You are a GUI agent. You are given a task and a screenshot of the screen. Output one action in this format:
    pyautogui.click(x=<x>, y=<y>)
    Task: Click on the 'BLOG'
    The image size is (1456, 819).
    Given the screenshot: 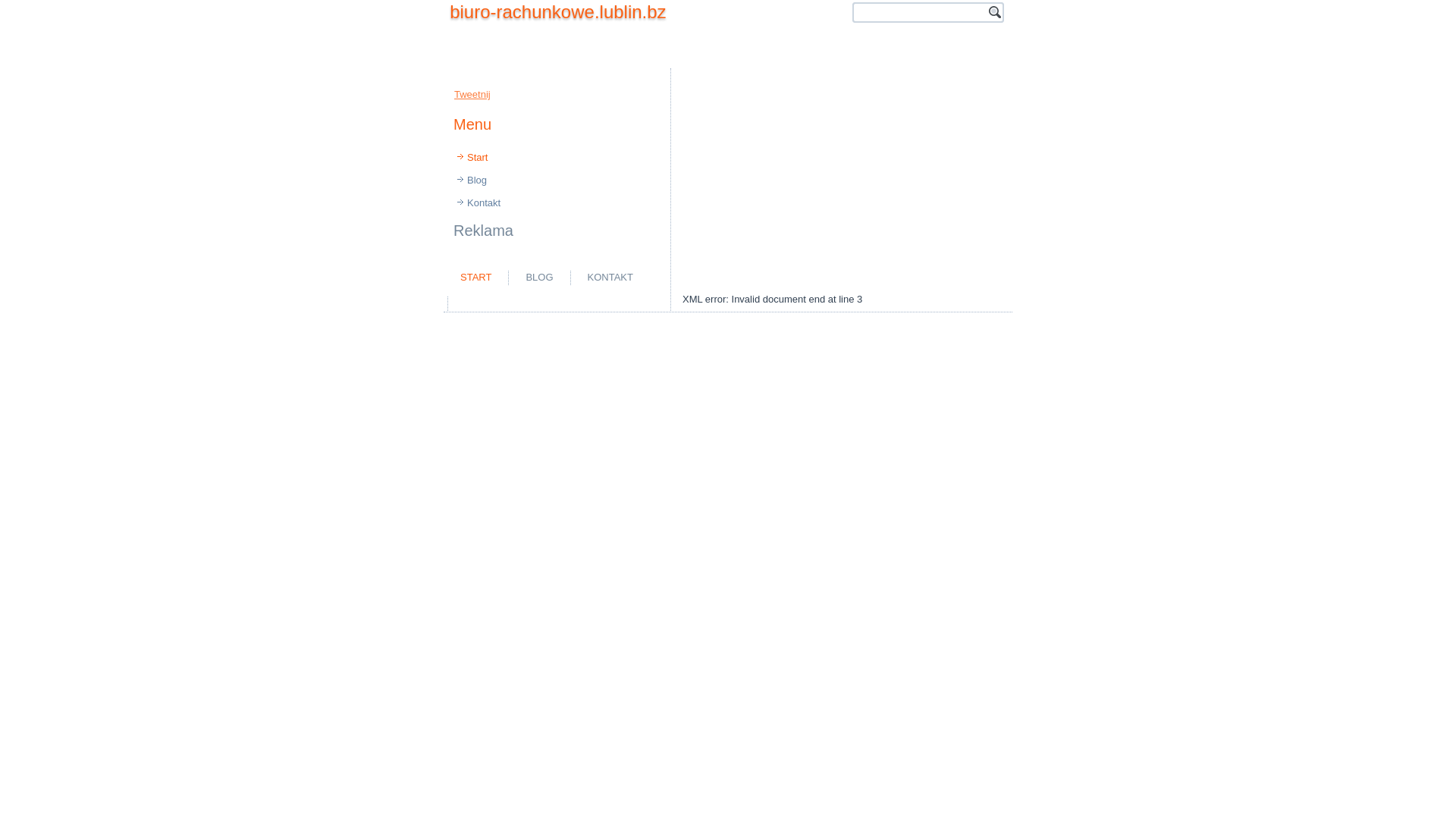 What is the action you would take?
    pyautogui.click(x=538, y=277)
    